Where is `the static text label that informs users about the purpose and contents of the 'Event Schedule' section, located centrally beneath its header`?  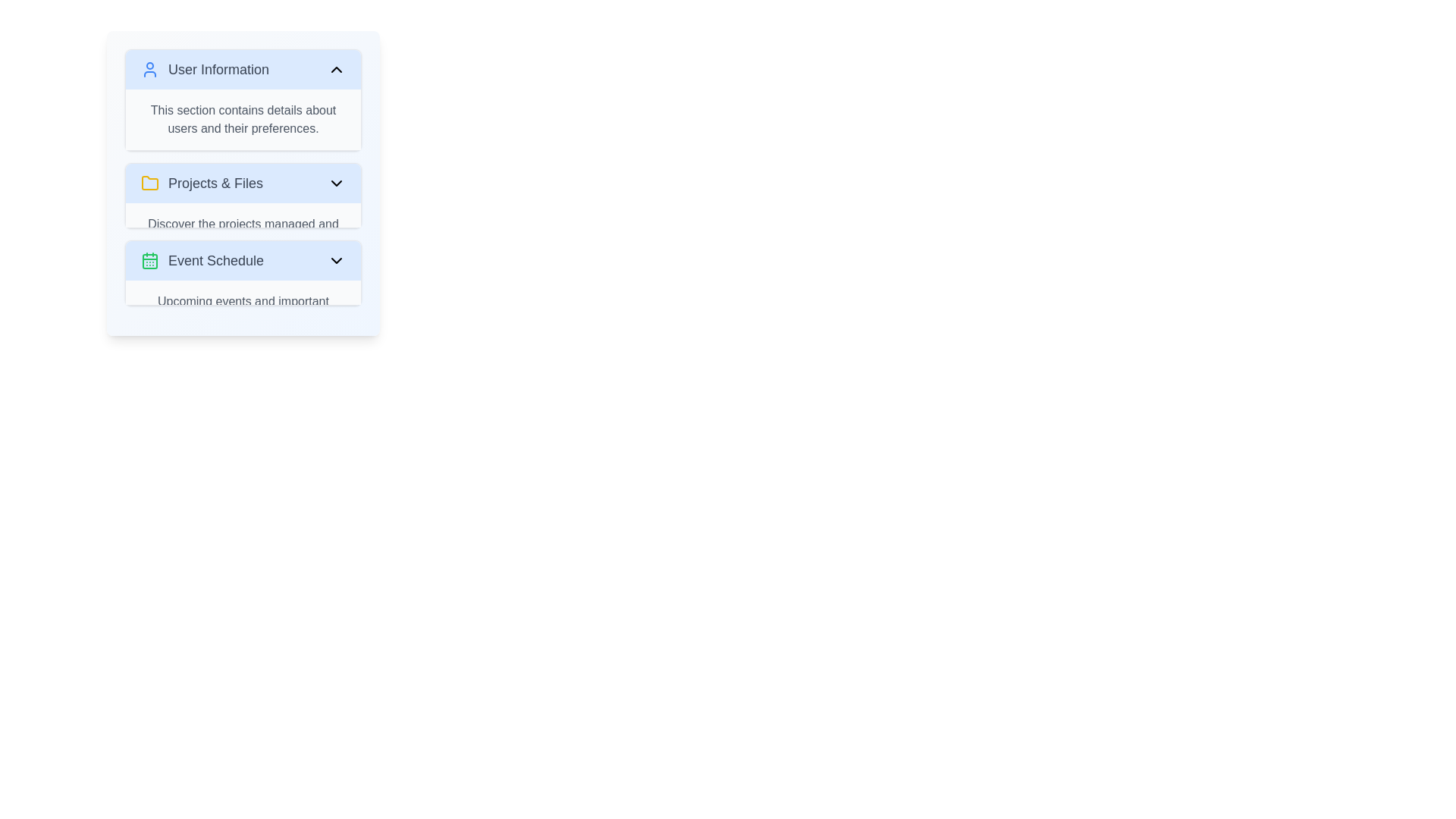
the static text label that informs users about the purpose and contents of the 'Event Schedule' section, located centrally beneath its header is located at coordinates (243, 309).